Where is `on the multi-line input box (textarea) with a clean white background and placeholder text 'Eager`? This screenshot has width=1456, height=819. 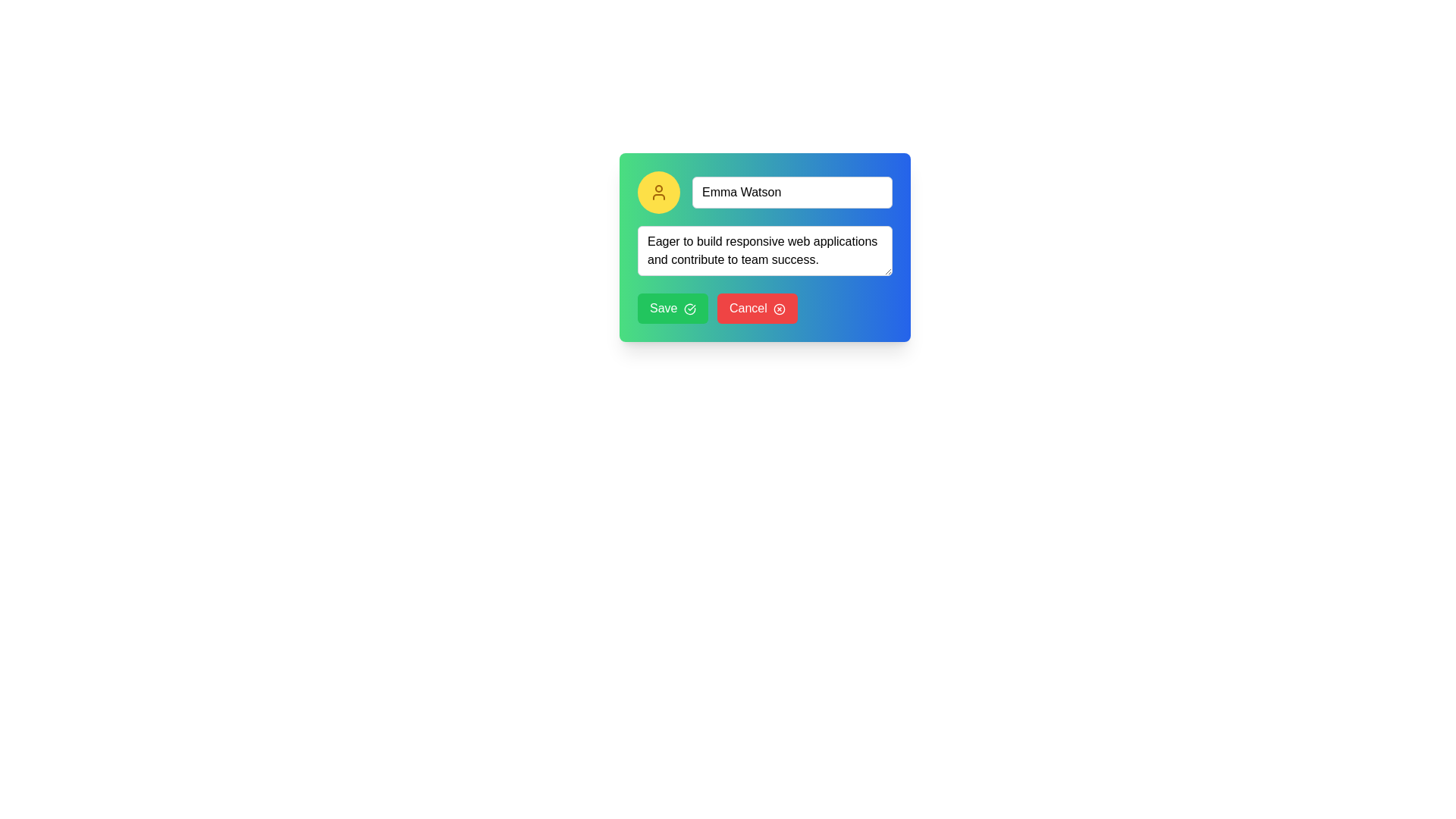
on the multi-line input box (textarea) with a clean white background and placeholder text 'Eager is located at coordinates (764, 246).